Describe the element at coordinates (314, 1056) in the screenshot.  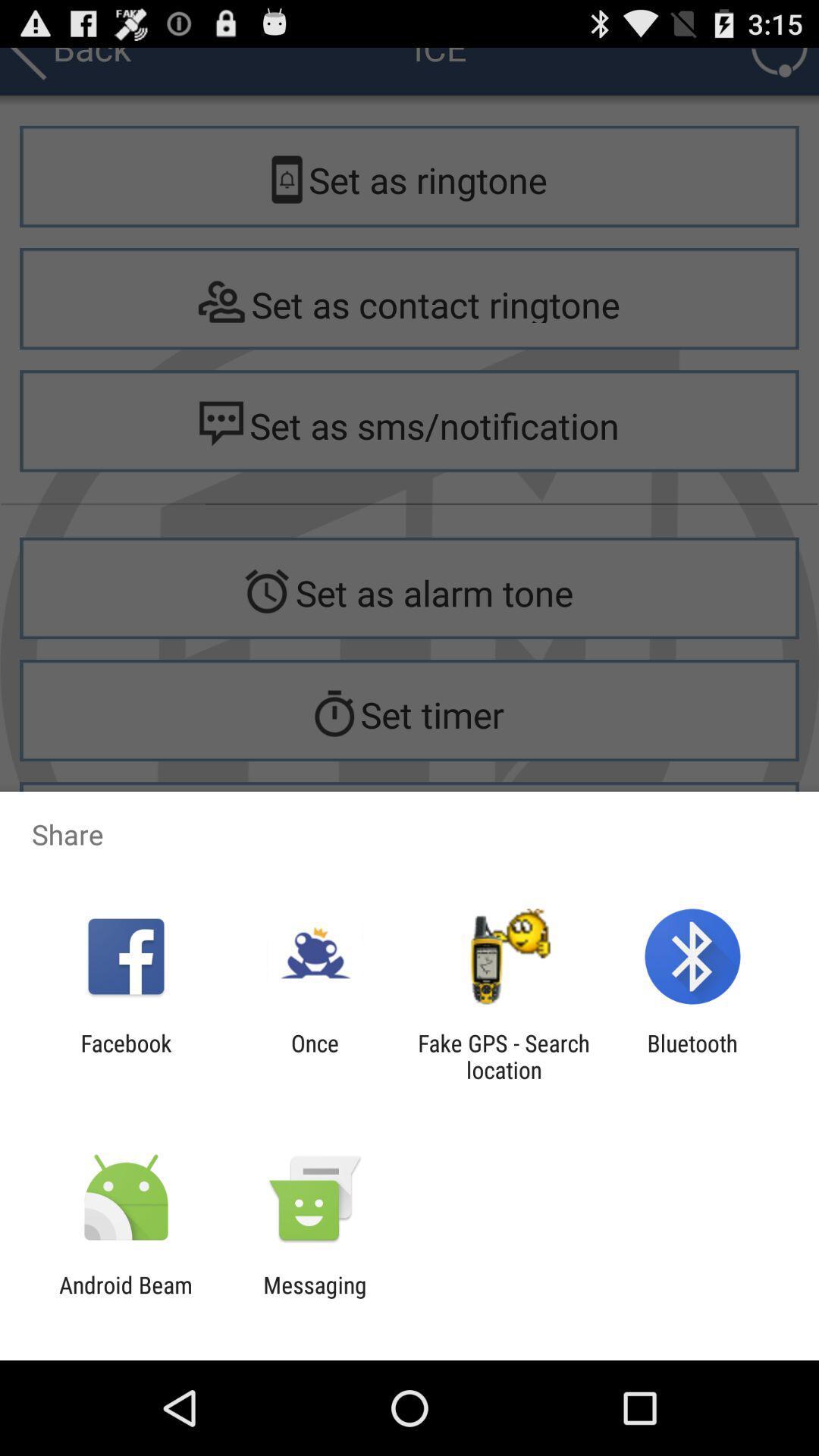
I see `the item next to the fake gps search item` at that location.